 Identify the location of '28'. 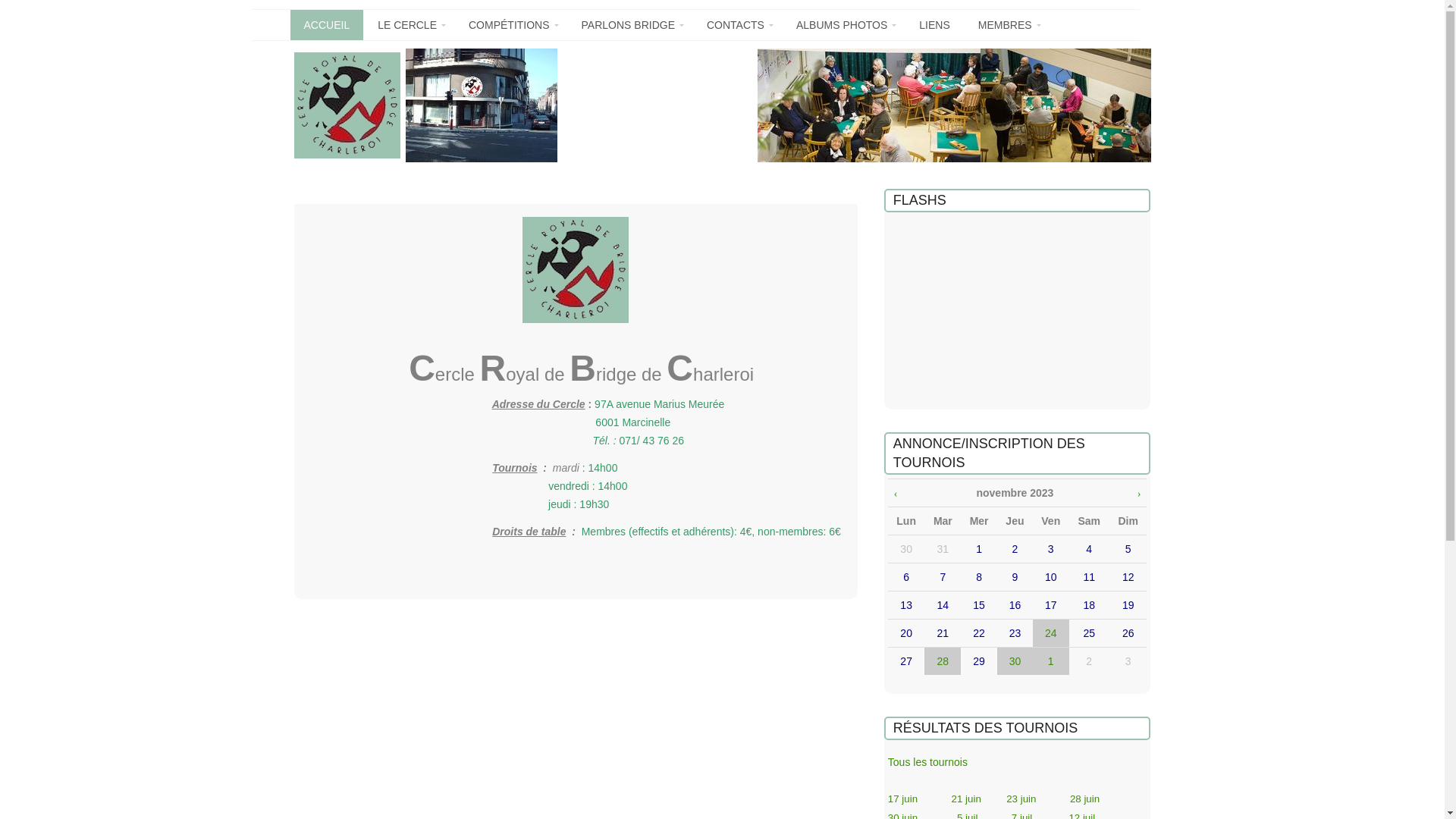
(942, 660).